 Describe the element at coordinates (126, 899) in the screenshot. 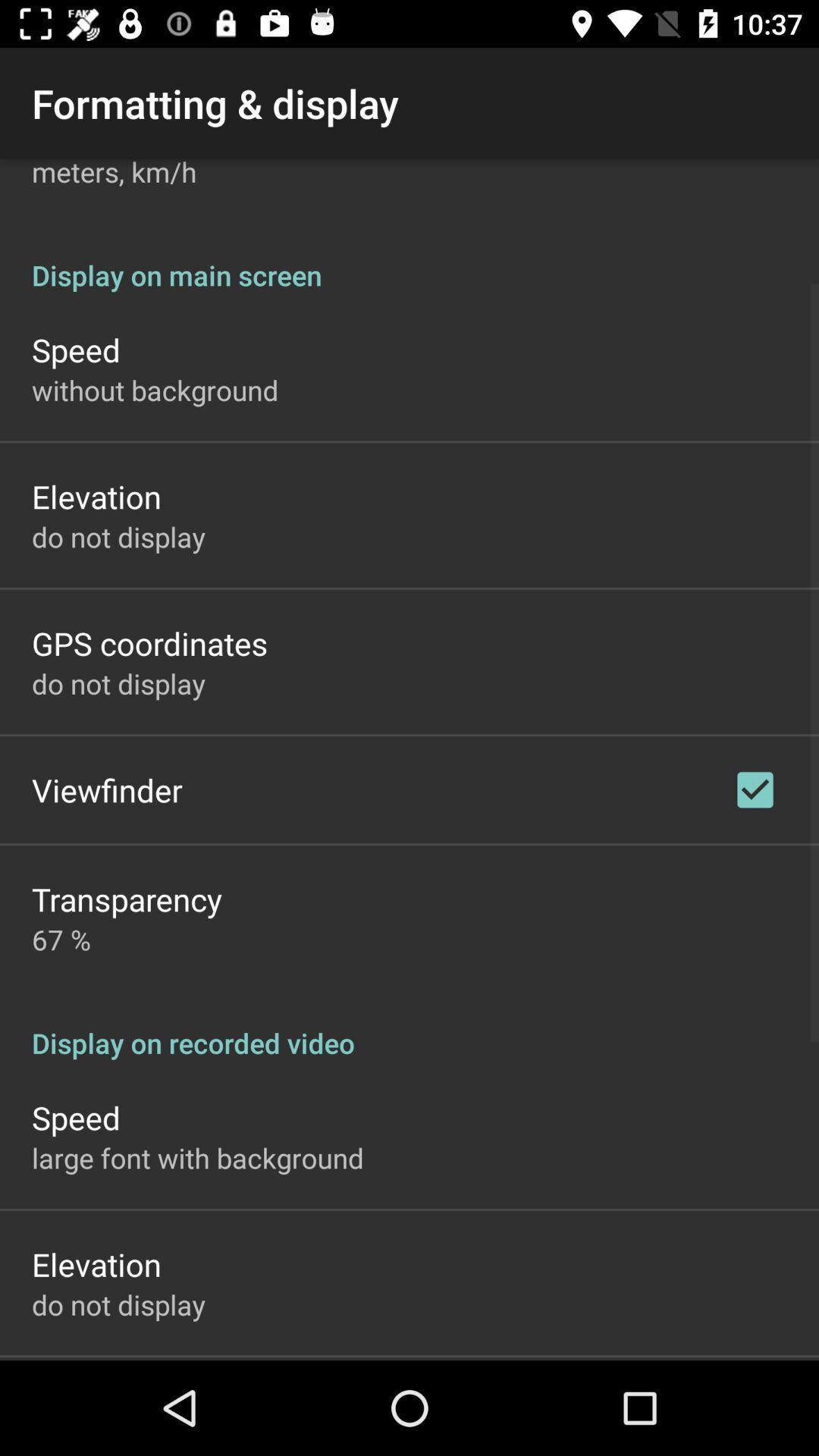

I see `the transparency icon` at that location.